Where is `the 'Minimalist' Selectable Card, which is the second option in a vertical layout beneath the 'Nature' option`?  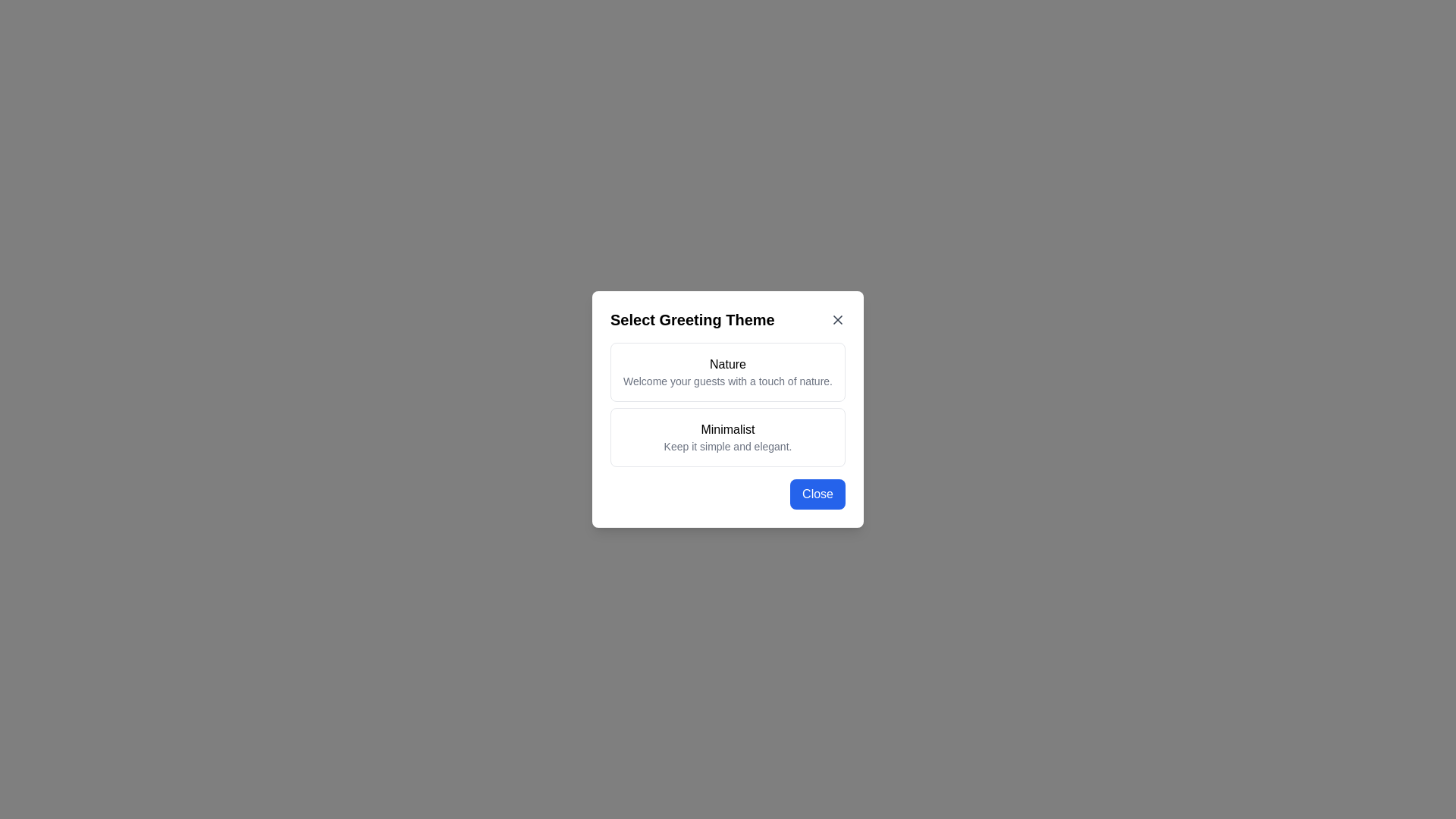 the 'Minimalist' Selectable Card, which is the second option in a vertical layout beneath the 'Nature' option is located at coordinates (728, 438).